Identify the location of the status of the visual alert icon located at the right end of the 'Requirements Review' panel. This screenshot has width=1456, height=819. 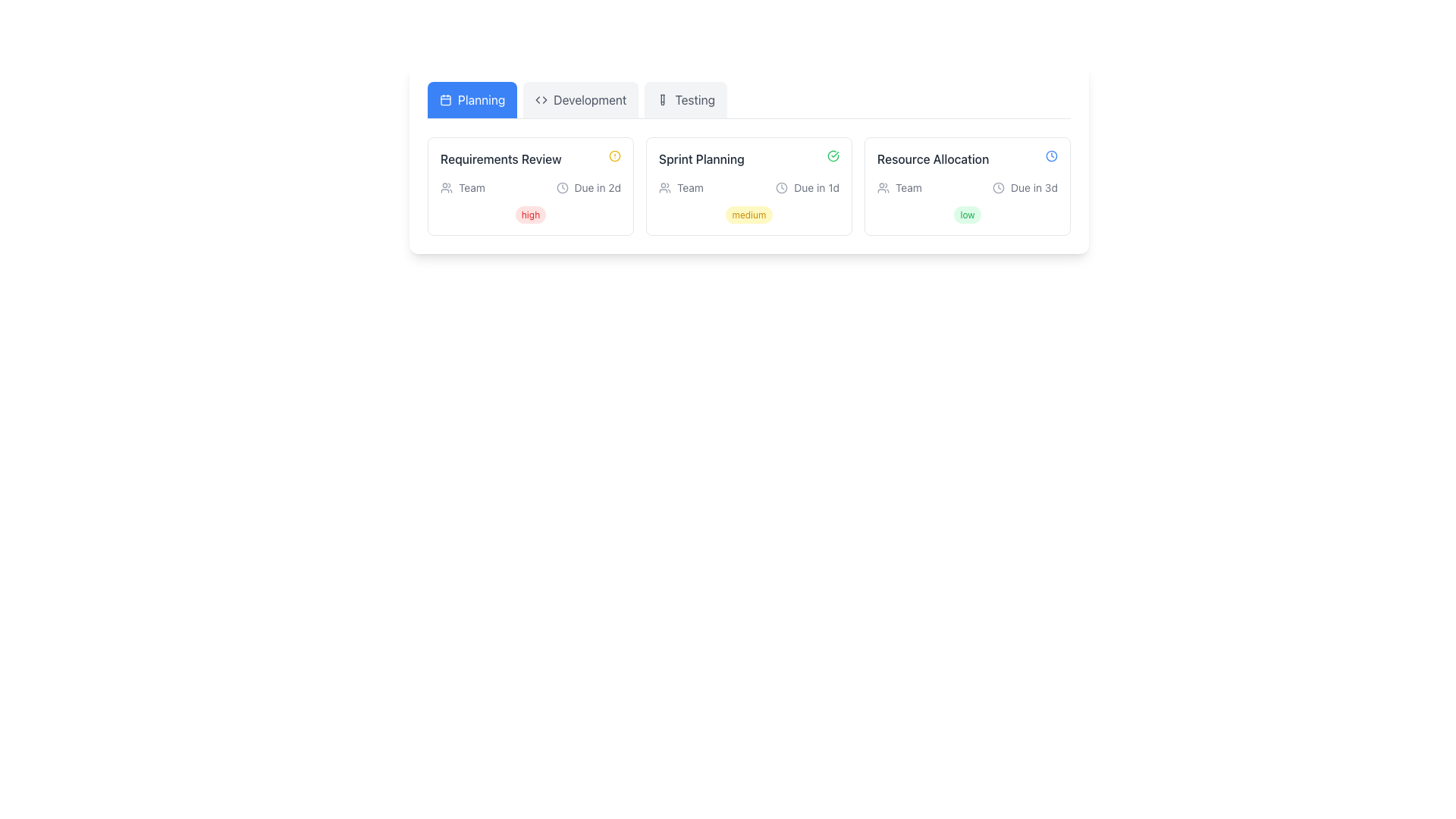
(615, 155).